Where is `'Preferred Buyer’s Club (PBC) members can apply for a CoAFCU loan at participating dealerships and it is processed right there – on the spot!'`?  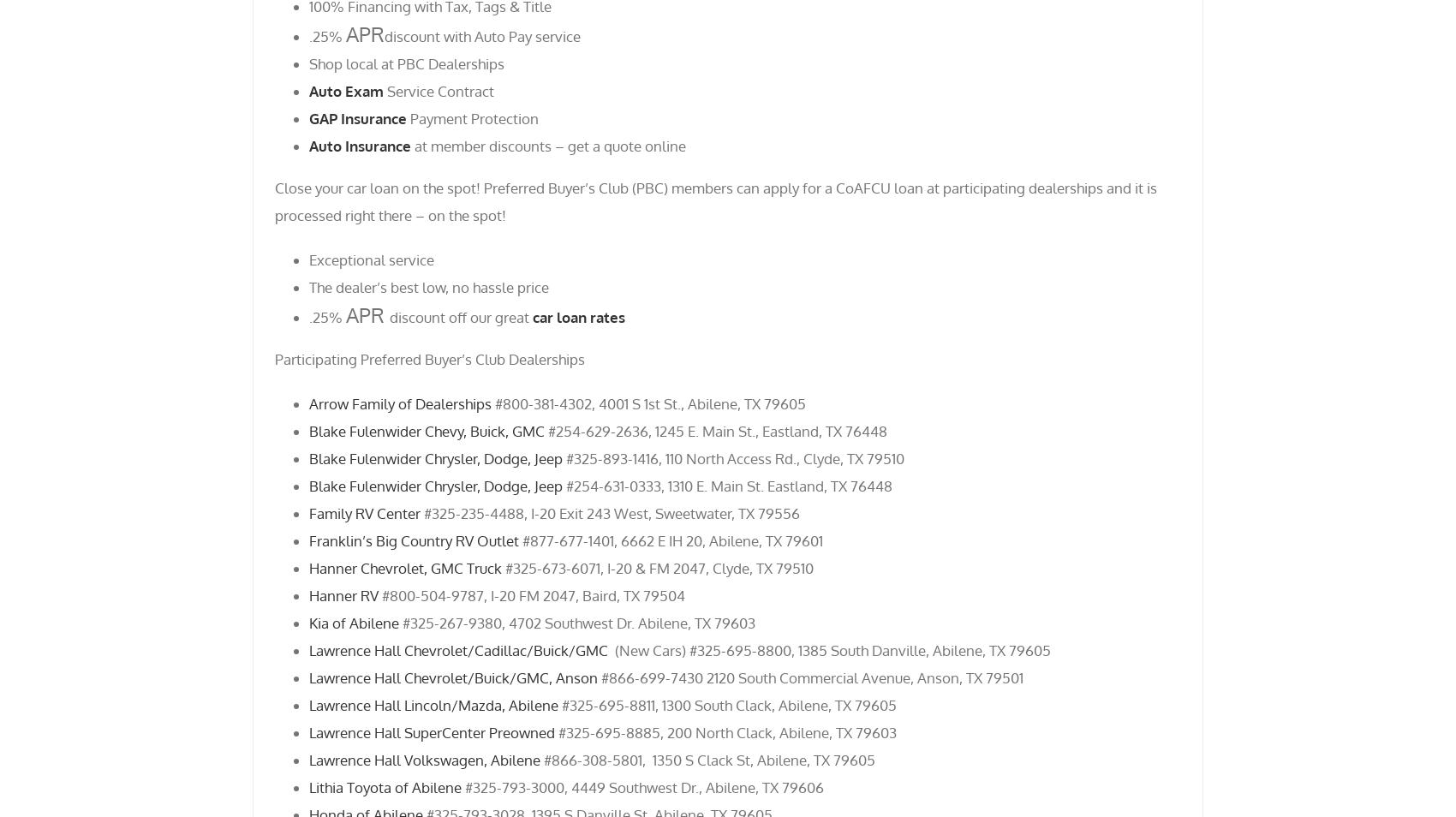
'Preferred Buyer’s Club (PBC) members can apply for a CoAFCU loan at participating dealerships and it is processed right there – on the spot!' is located at coordinates (715, 200).